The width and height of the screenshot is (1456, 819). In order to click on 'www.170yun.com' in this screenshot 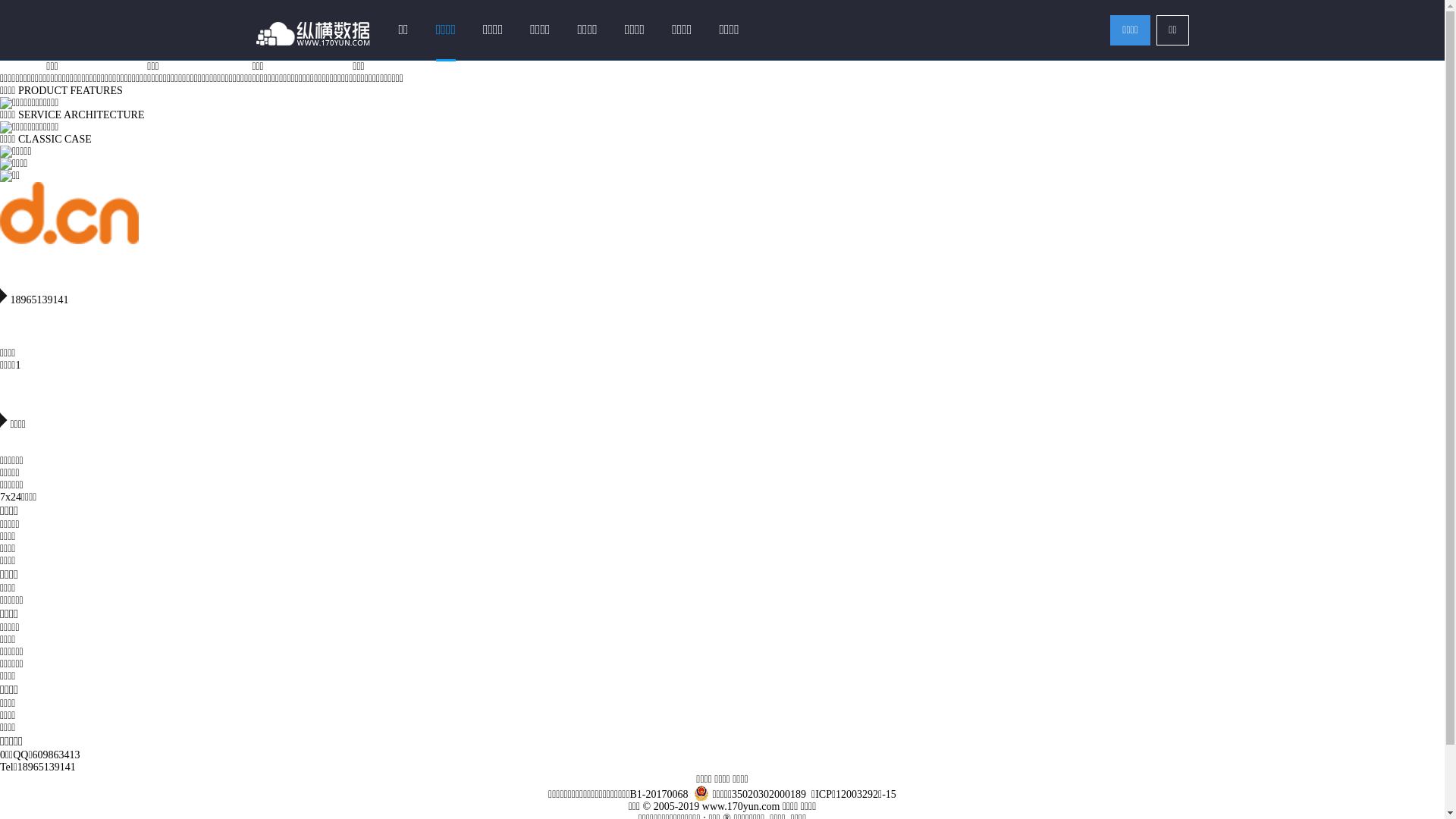, I will do `click(701, 805)`.